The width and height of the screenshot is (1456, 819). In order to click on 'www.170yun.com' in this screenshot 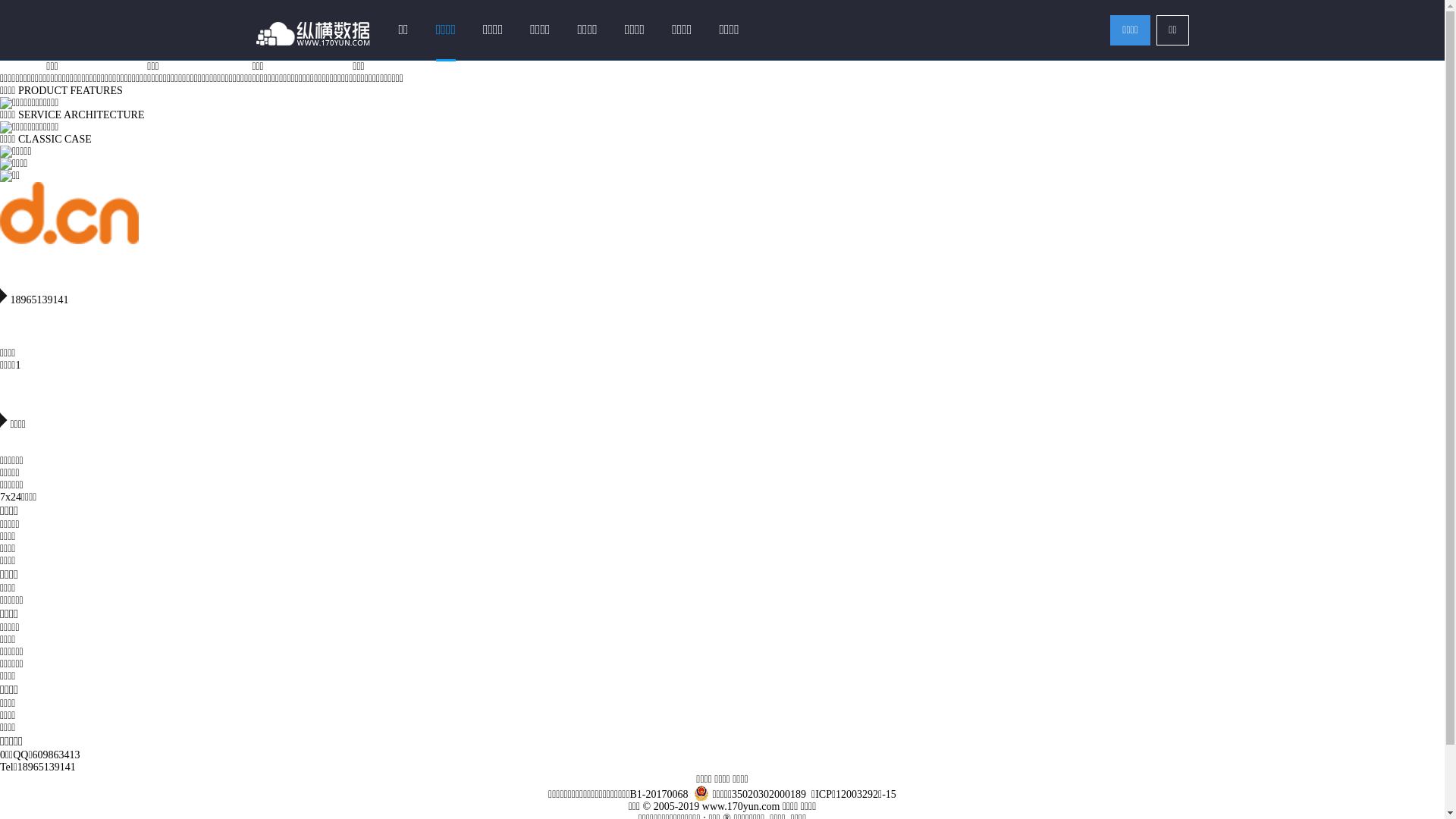, I will do `click(701, 805)`.